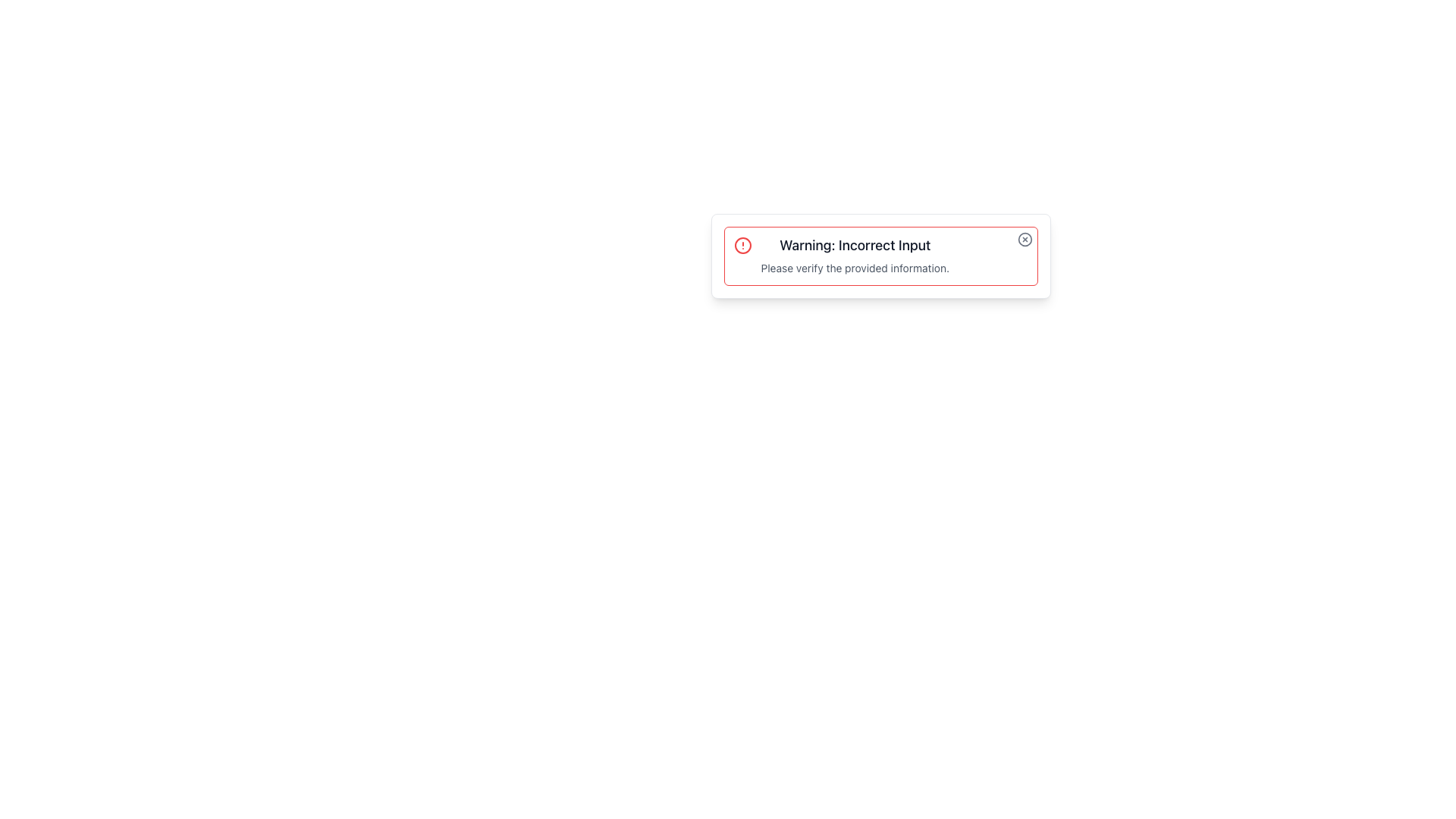 This screenshot has width=1456, height=819. What do you see at coordinates (742, 245) in the screenshot?
I see `the outer circle of the warning icon located in the top-left corner of the warning notification box, which alerts the user about an incorrect input` at bounding box center [742, 245].